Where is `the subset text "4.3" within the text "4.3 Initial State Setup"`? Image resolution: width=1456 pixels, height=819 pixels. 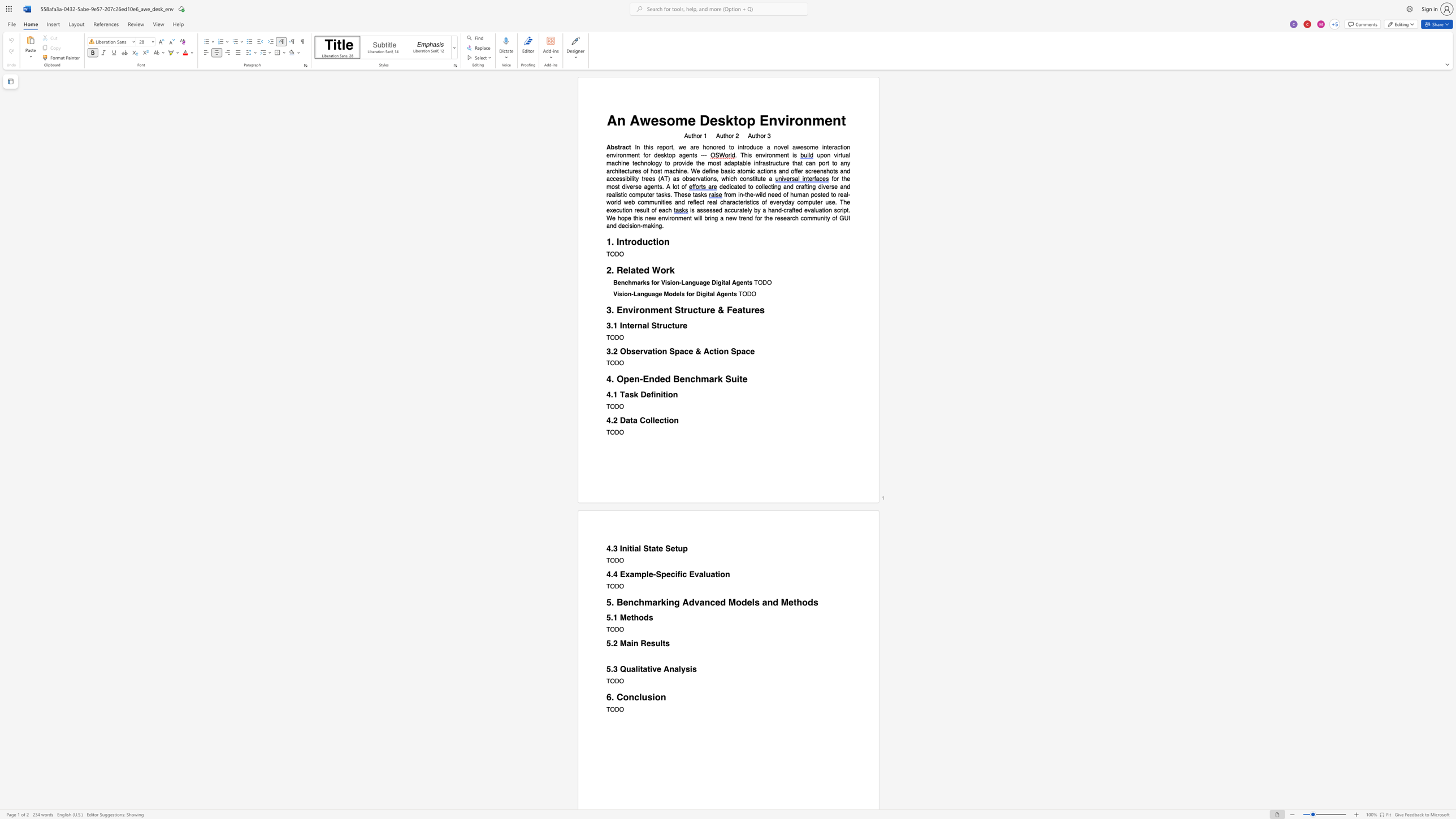 the subset text "4.3" within the text "4.3 Initial State Setup" is located at coordinates (606, 548).